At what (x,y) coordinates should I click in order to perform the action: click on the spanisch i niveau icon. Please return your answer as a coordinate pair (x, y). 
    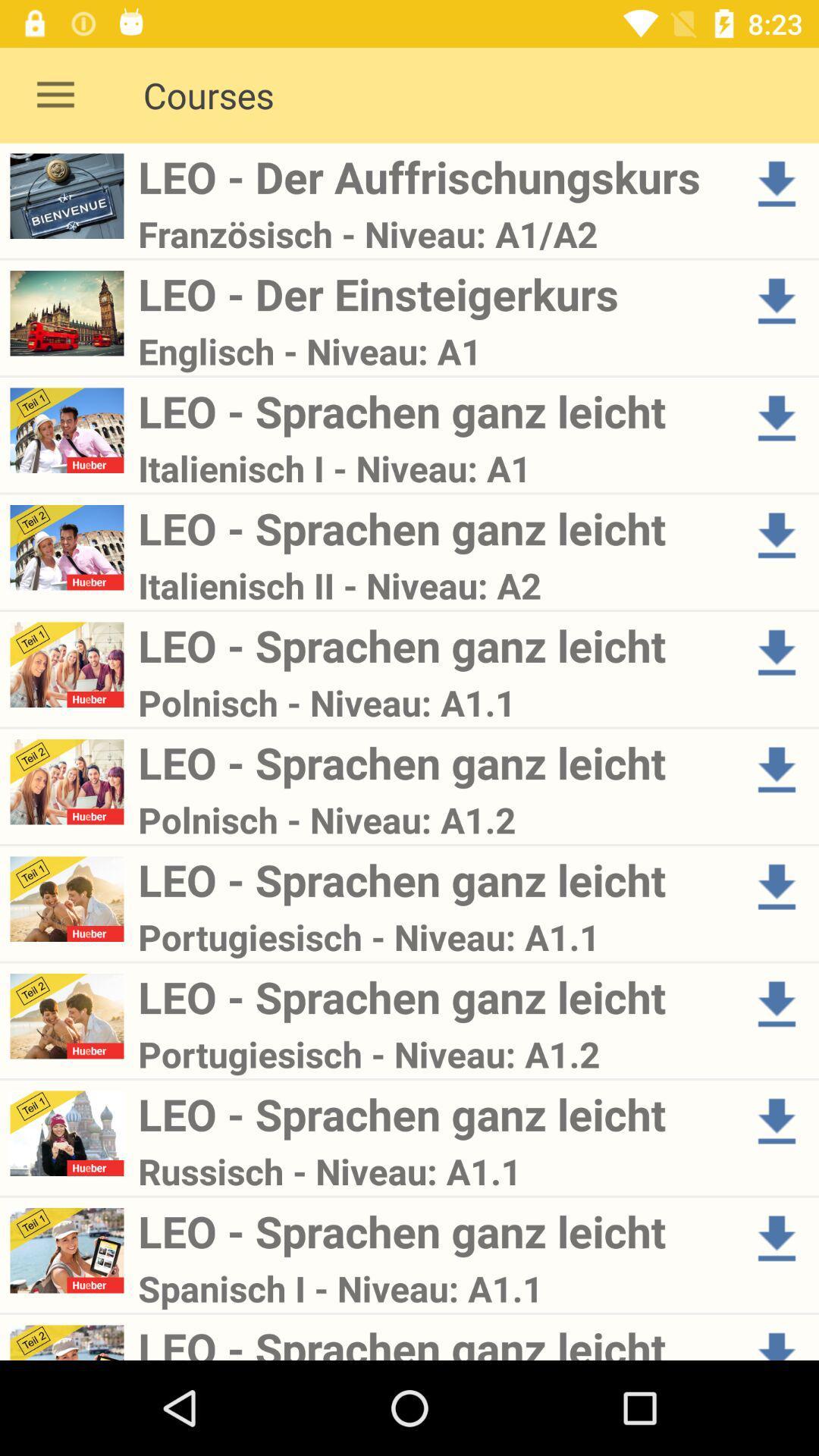
    Looking at the image, I should click on (435, 1288).